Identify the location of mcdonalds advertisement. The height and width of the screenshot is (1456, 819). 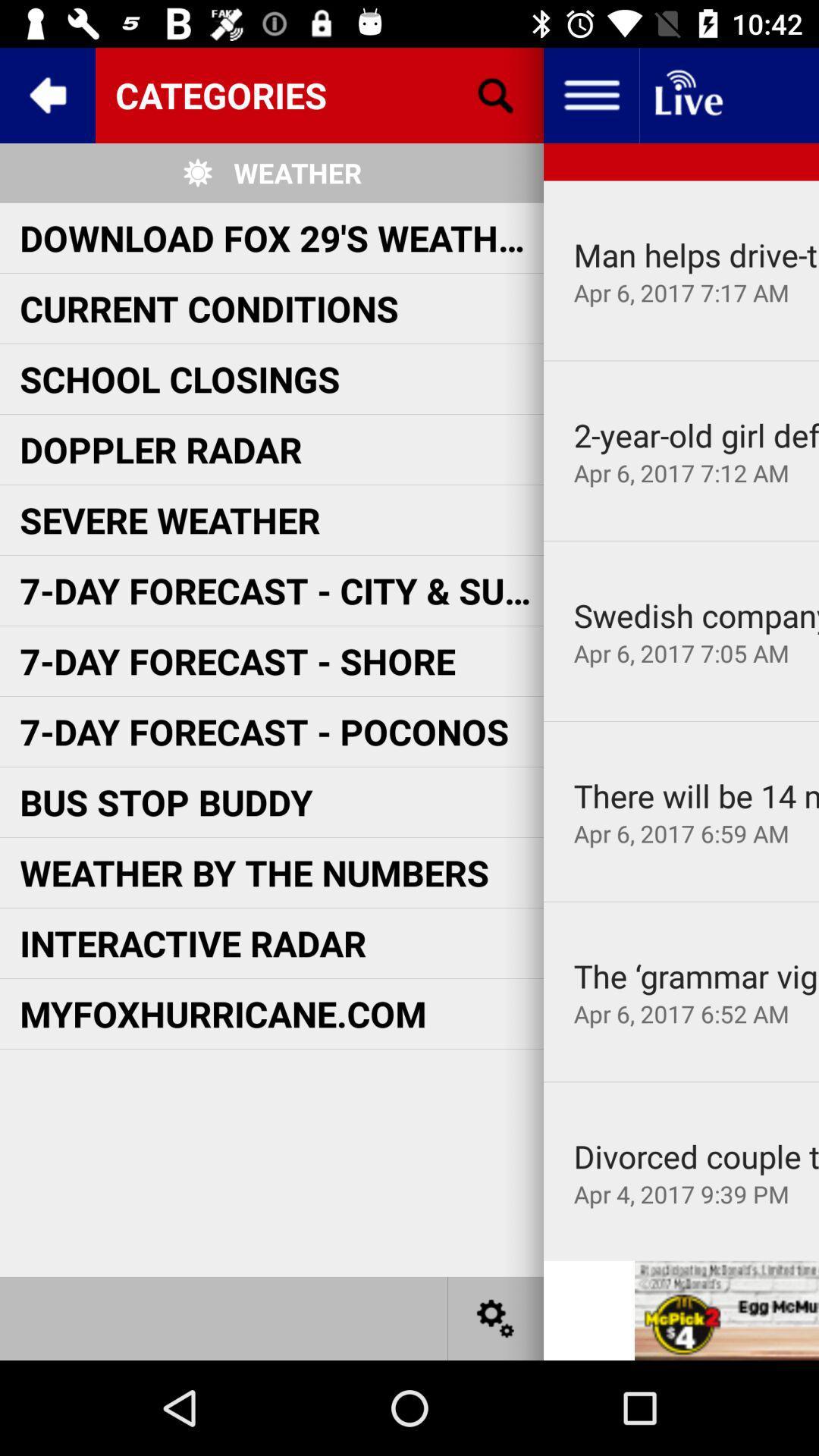
(726, 1310).